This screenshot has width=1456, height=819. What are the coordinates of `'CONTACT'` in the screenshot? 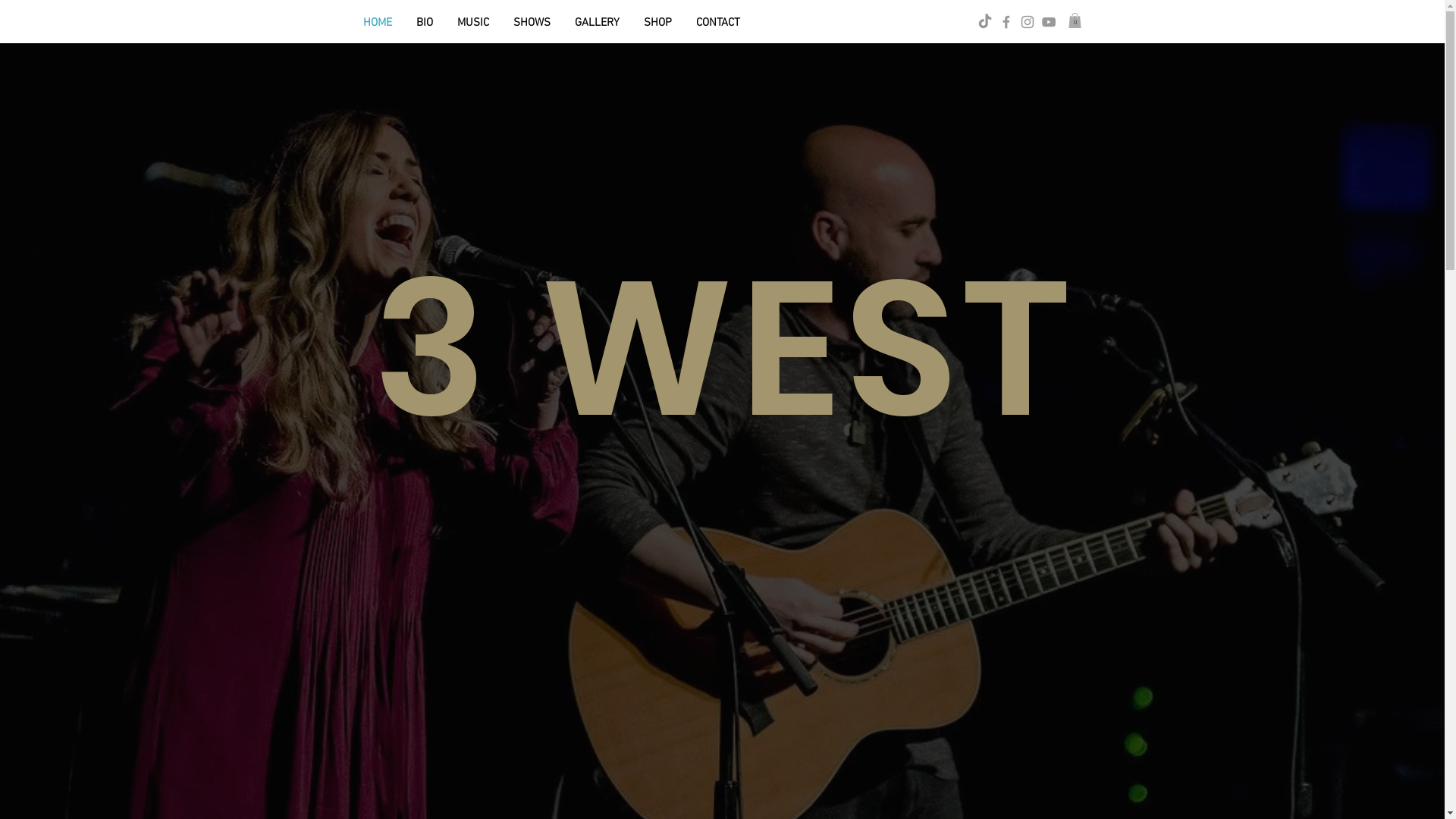 It's located at (683, 23).